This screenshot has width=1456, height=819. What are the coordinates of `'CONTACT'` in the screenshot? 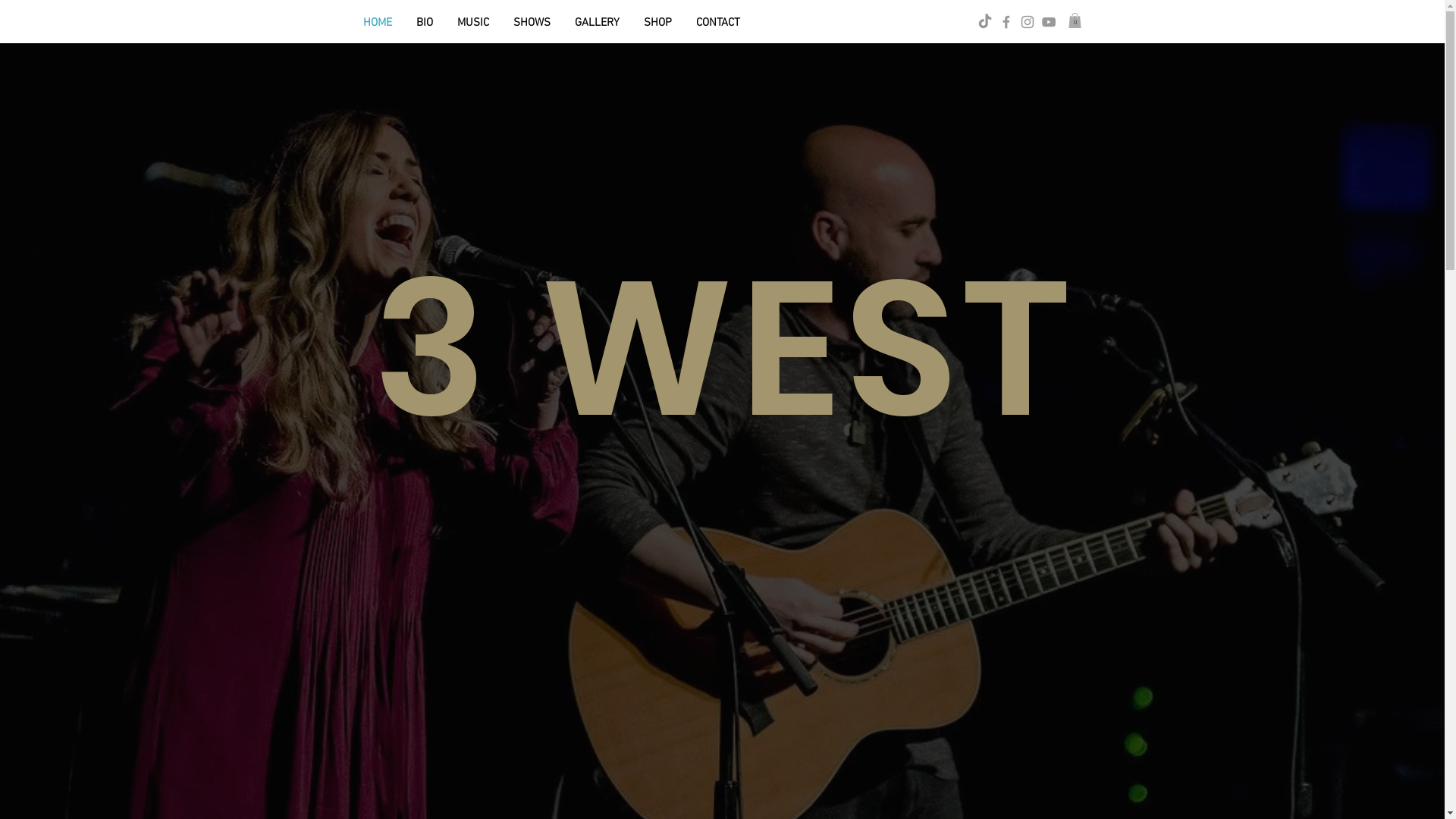 It's located at (683, 23).